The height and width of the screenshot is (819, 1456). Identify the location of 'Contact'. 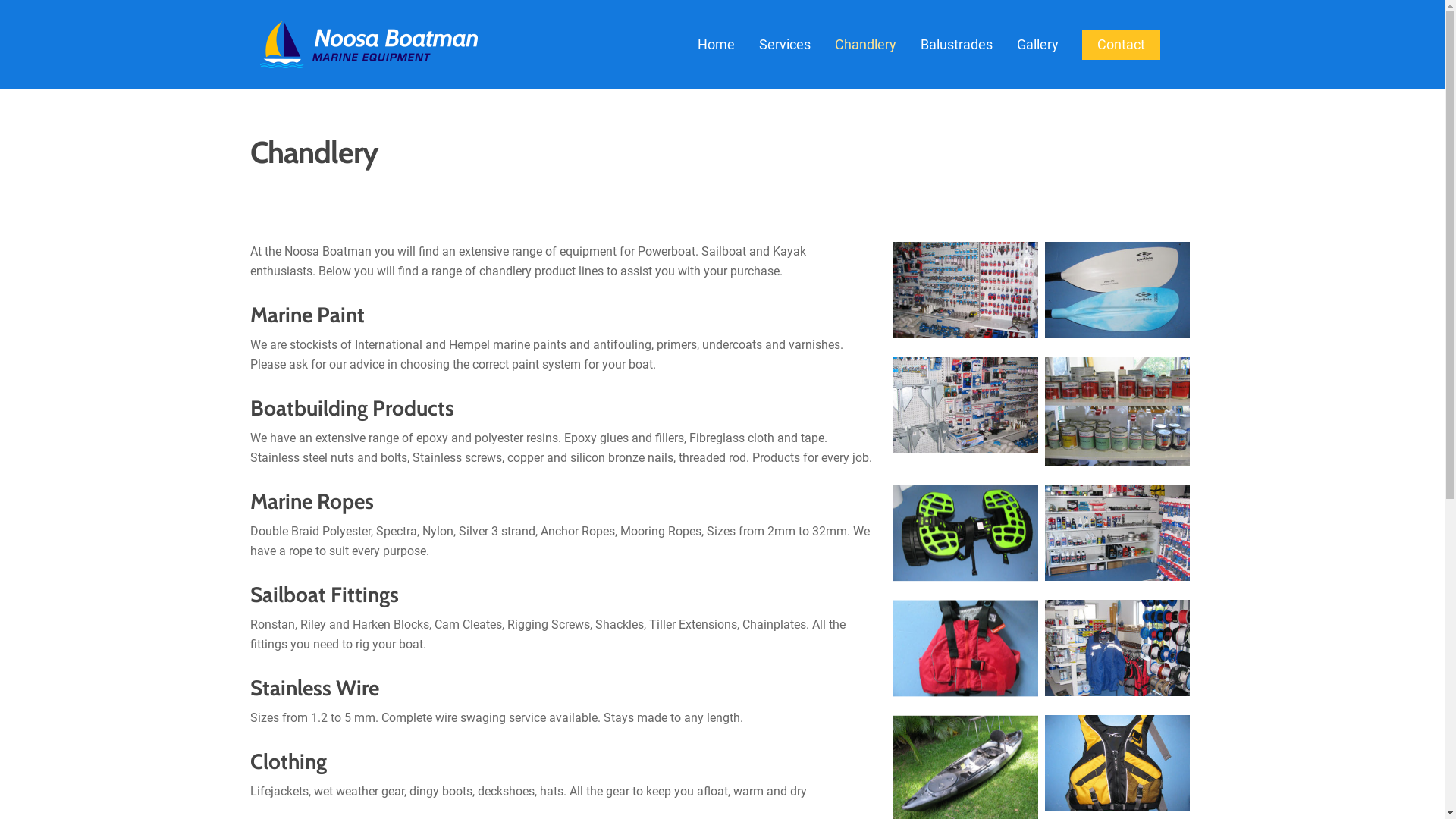
(1121, 43).